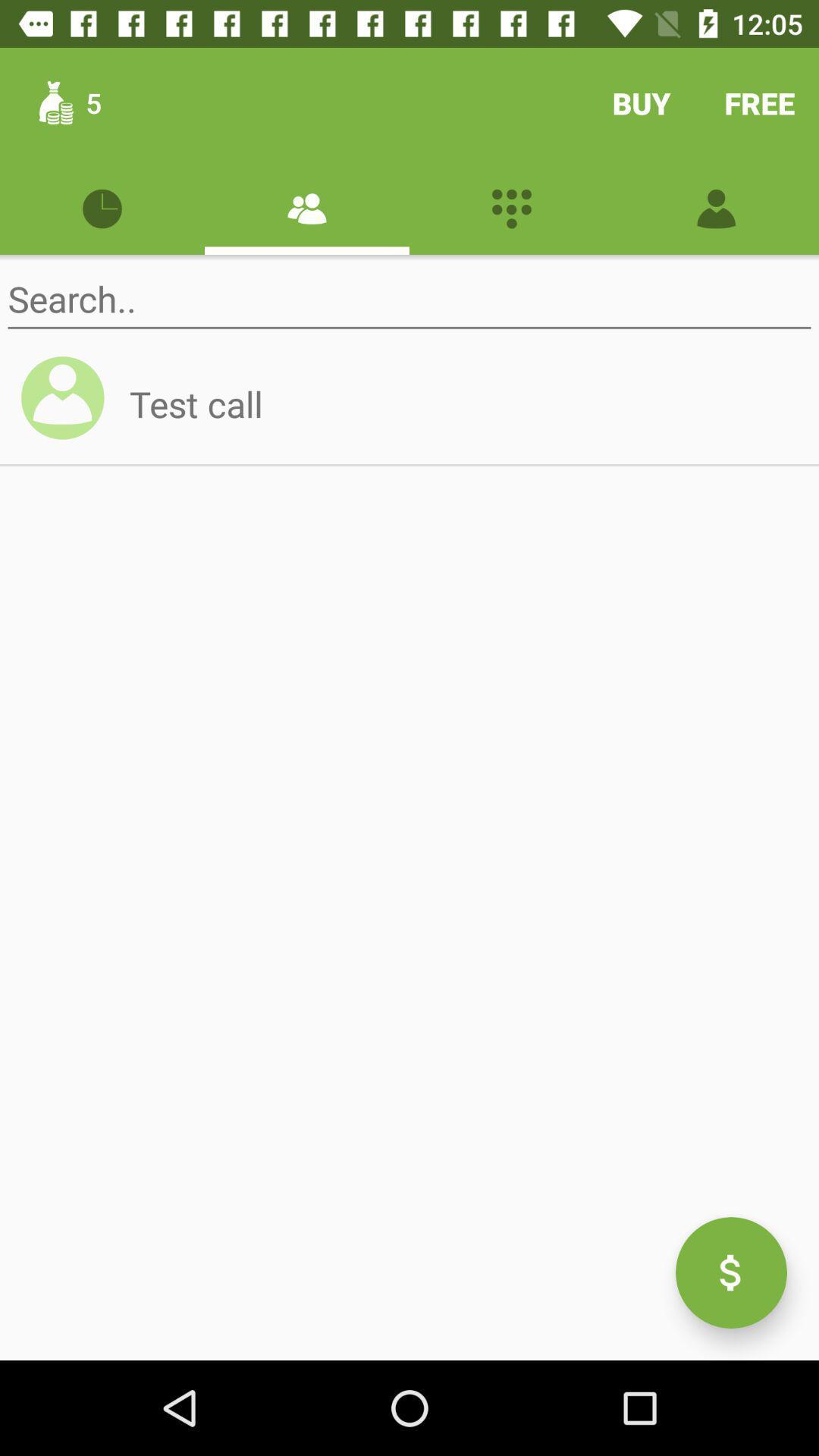 The height and width of the screenshot is (1456, 819). I want to click on the button next to free, so click(641, 102).